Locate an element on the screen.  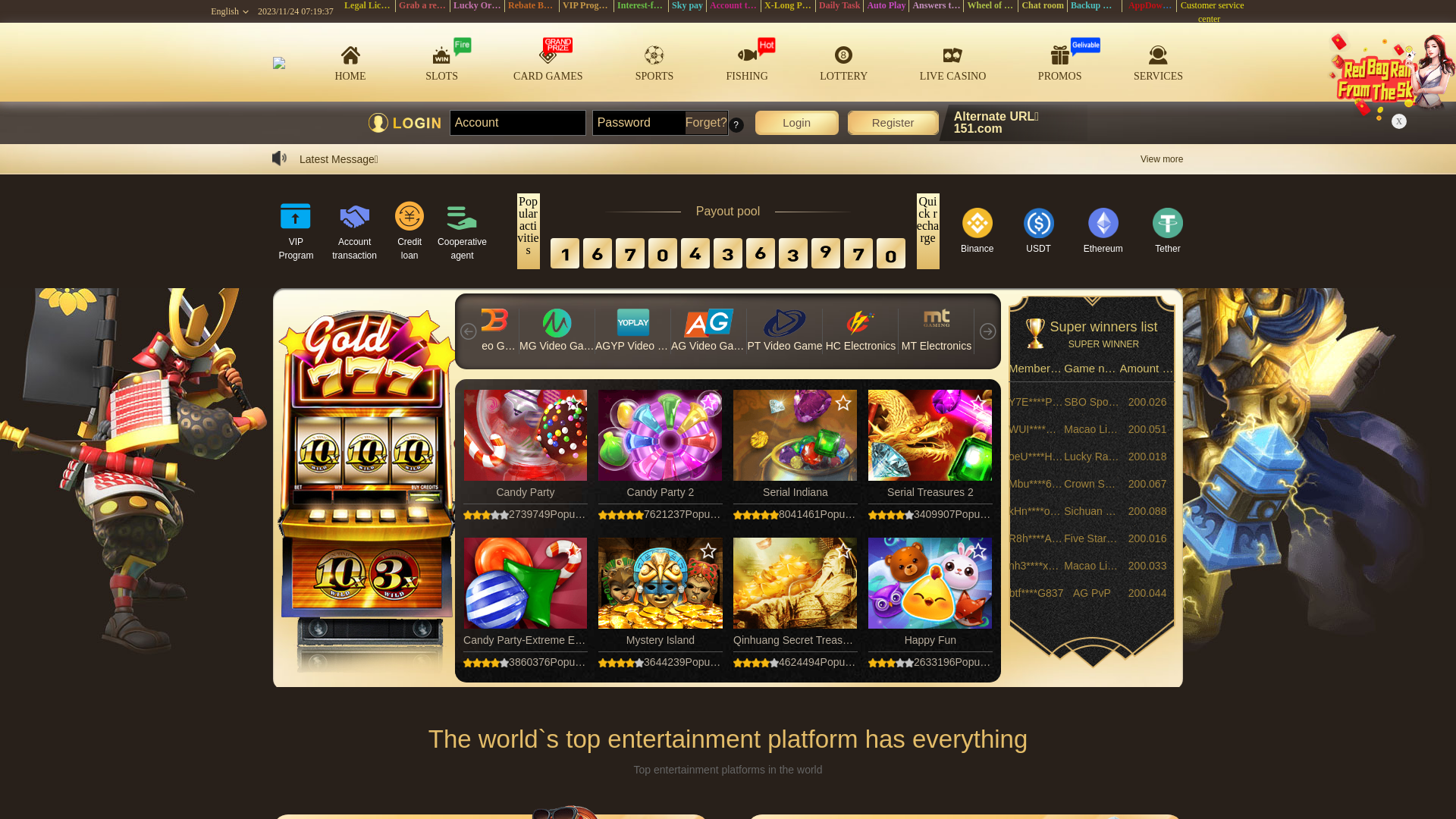
'SLOTS' is located at coordinates (441, 61).